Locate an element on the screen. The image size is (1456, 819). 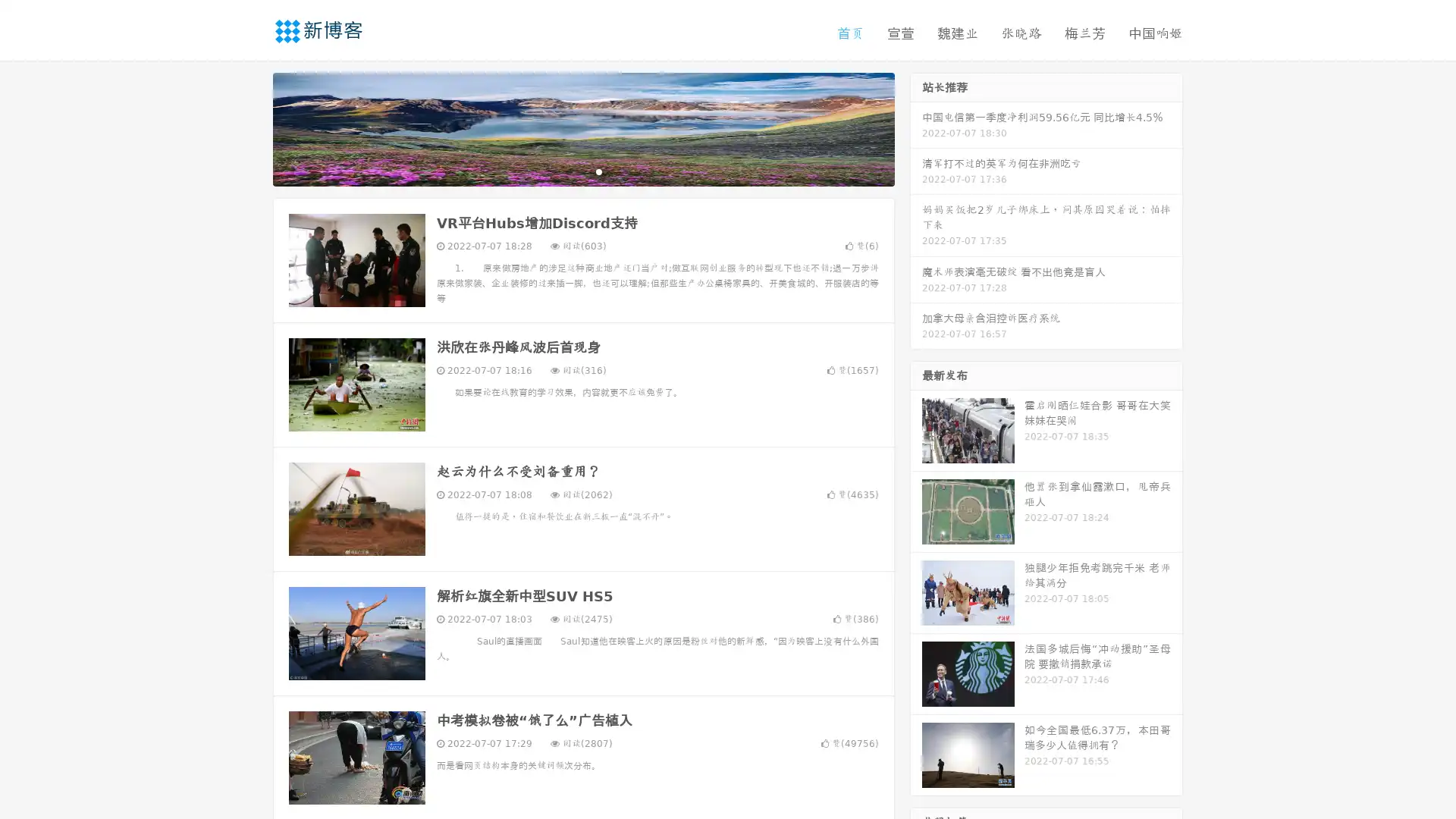
Go to slide 1 is located at coordinates (567, 171).